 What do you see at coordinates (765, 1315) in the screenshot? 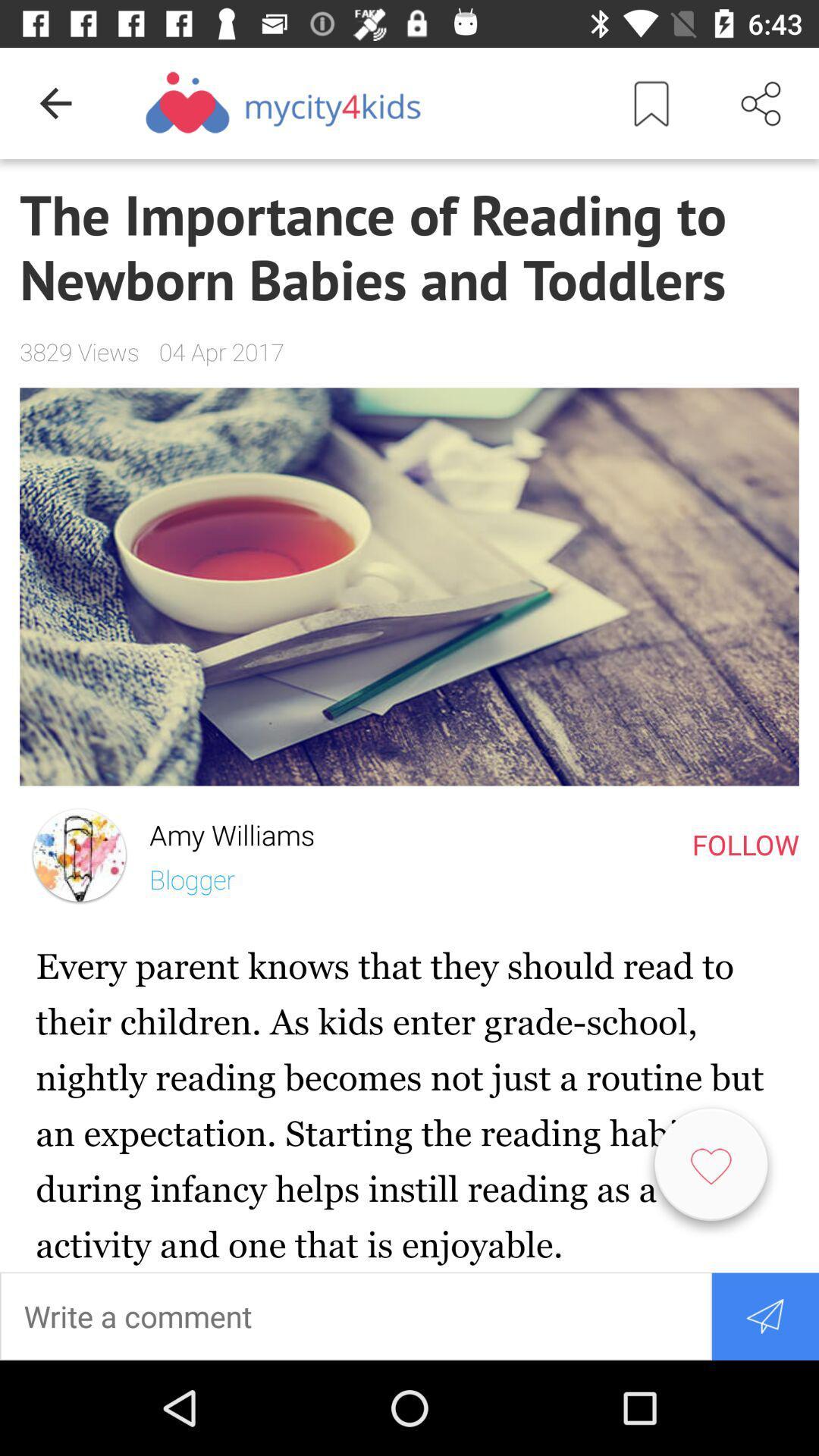
I see `mail this article` at bounding box center [765, 1315].